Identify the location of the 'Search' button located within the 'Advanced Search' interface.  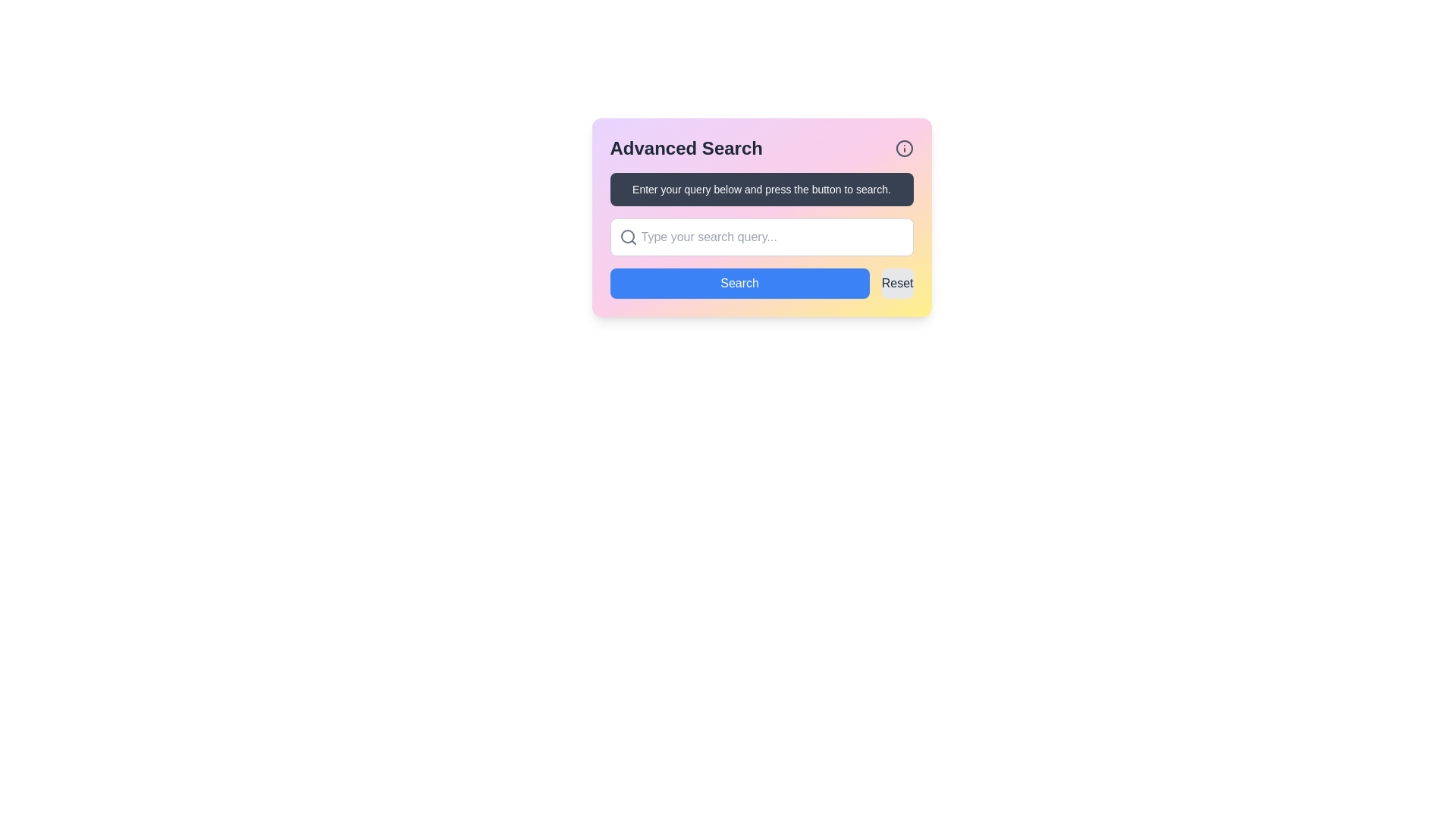
(761, 284).